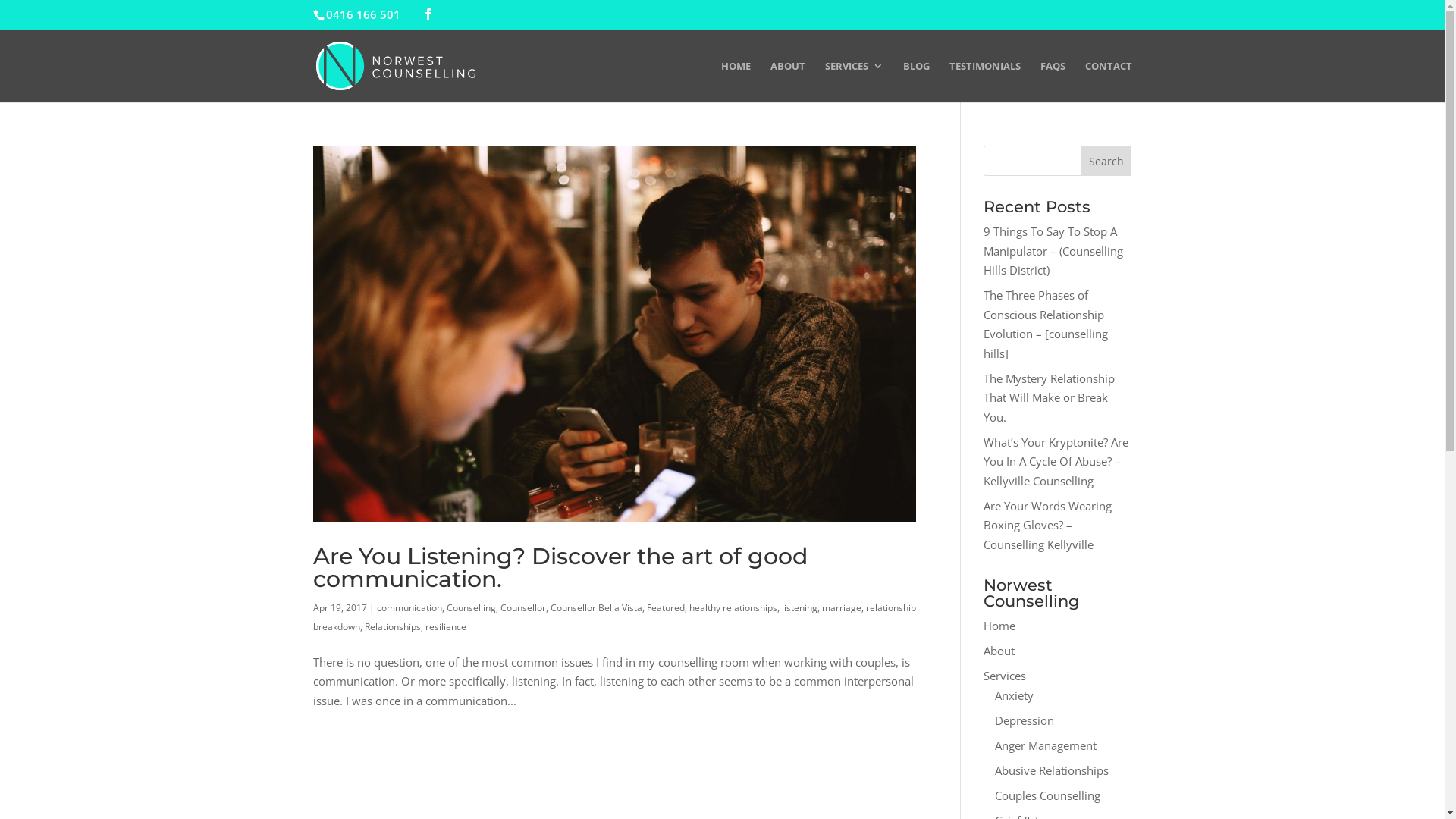 Image resolution: width=1456 pixels, height=819 pixels. Describe the element at coordinates (735, 81) in the screenshot. I see `'HOME'` at that location.